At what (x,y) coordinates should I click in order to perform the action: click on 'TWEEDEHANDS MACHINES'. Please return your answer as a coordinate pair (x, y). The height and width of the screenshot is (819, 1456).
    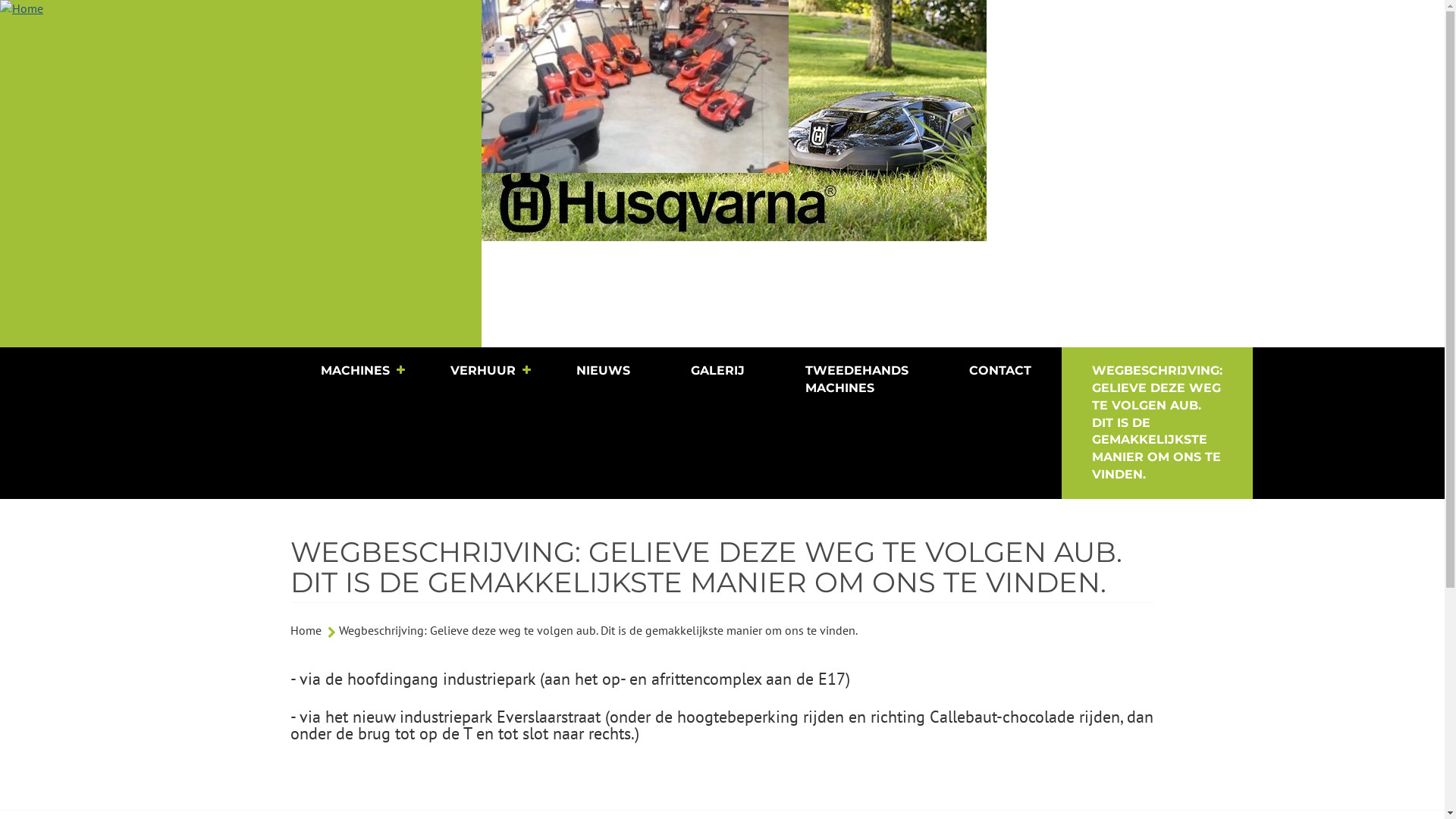
    Looking at the image, I should click on (775, 379).